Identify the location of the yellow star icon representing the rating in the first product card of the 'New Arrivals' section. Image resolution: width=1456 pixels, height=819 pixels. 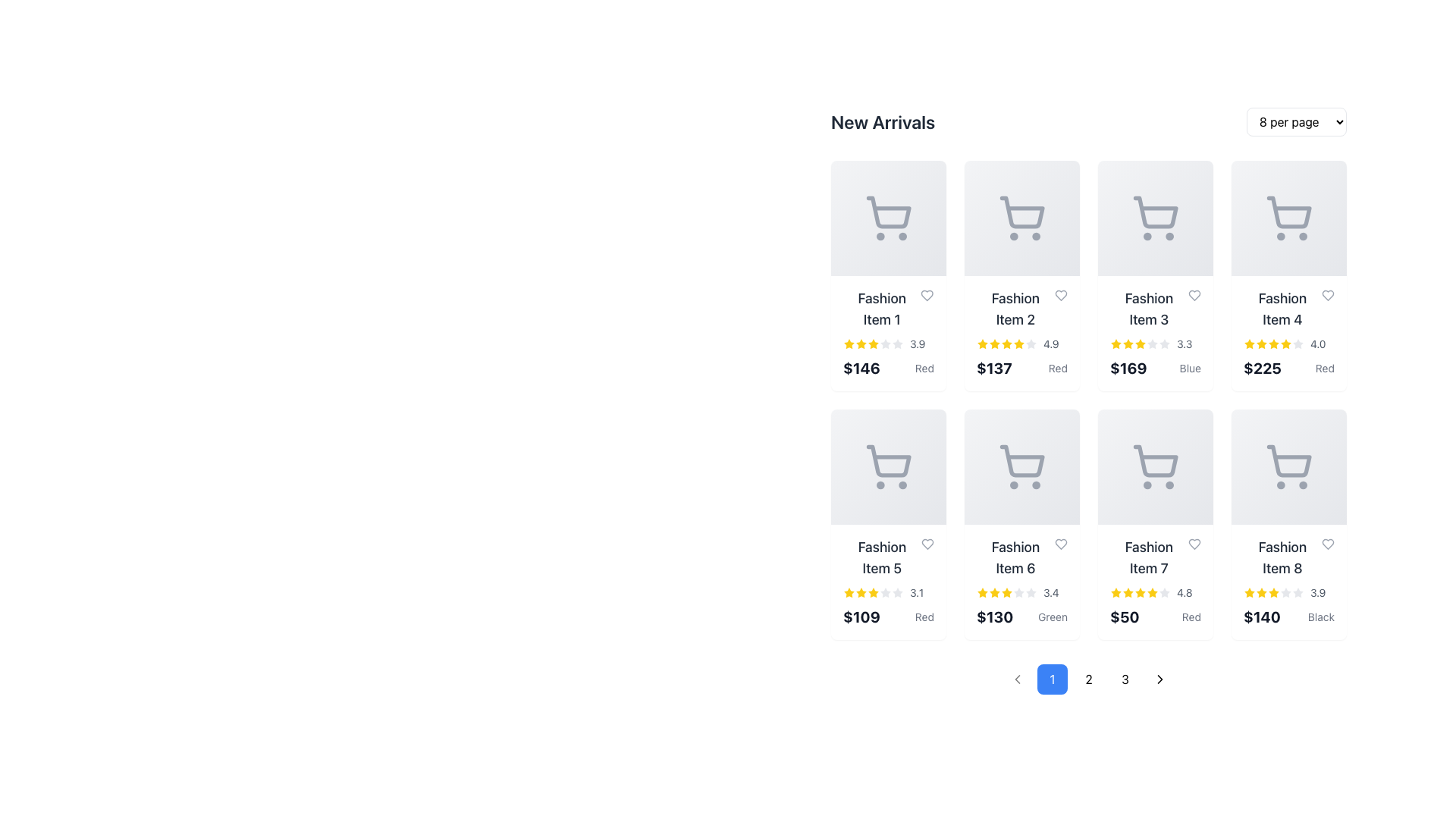
(848, 344).